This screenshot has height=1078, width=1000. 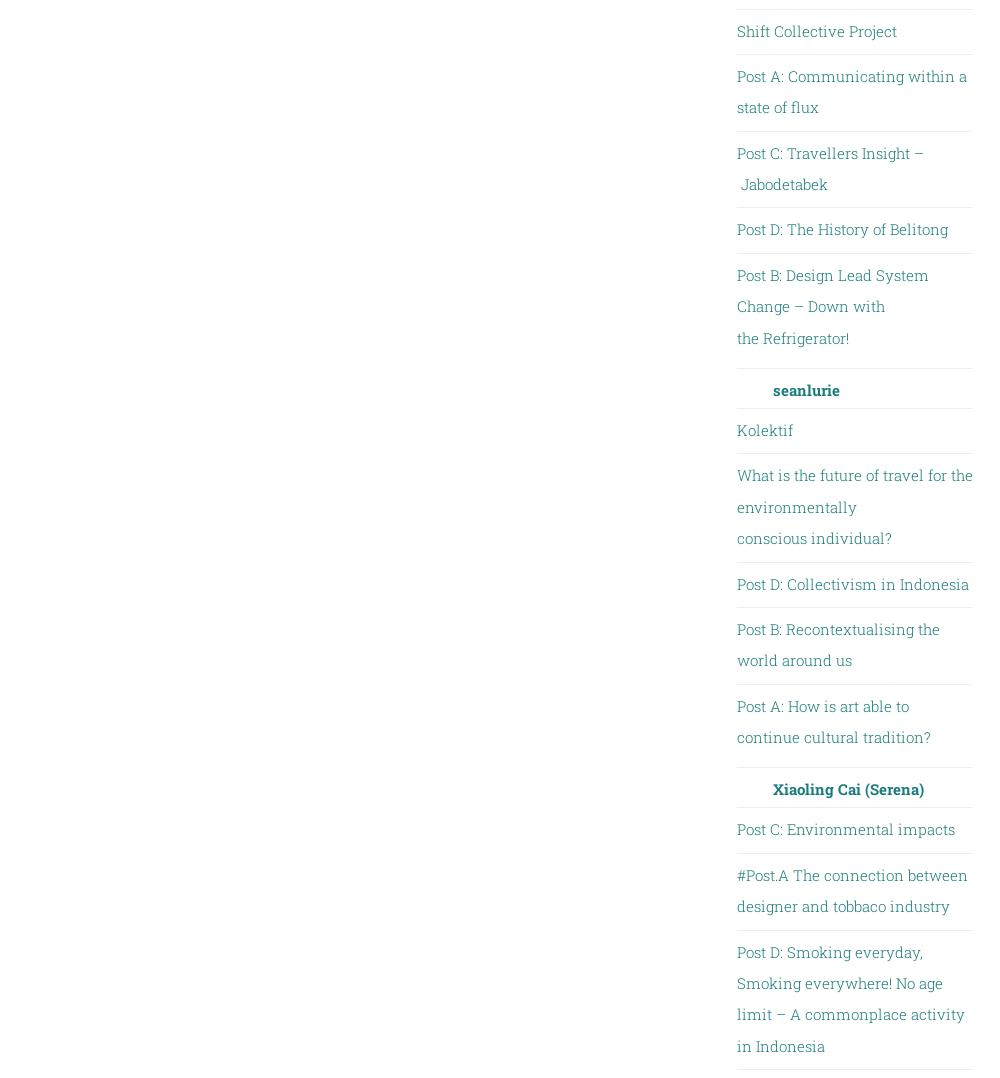 What do you see at coordinates (846, 787) in the screenshot?
I see `'Xiaoling Cai (Serena)'` at bounding box center [846, 787].